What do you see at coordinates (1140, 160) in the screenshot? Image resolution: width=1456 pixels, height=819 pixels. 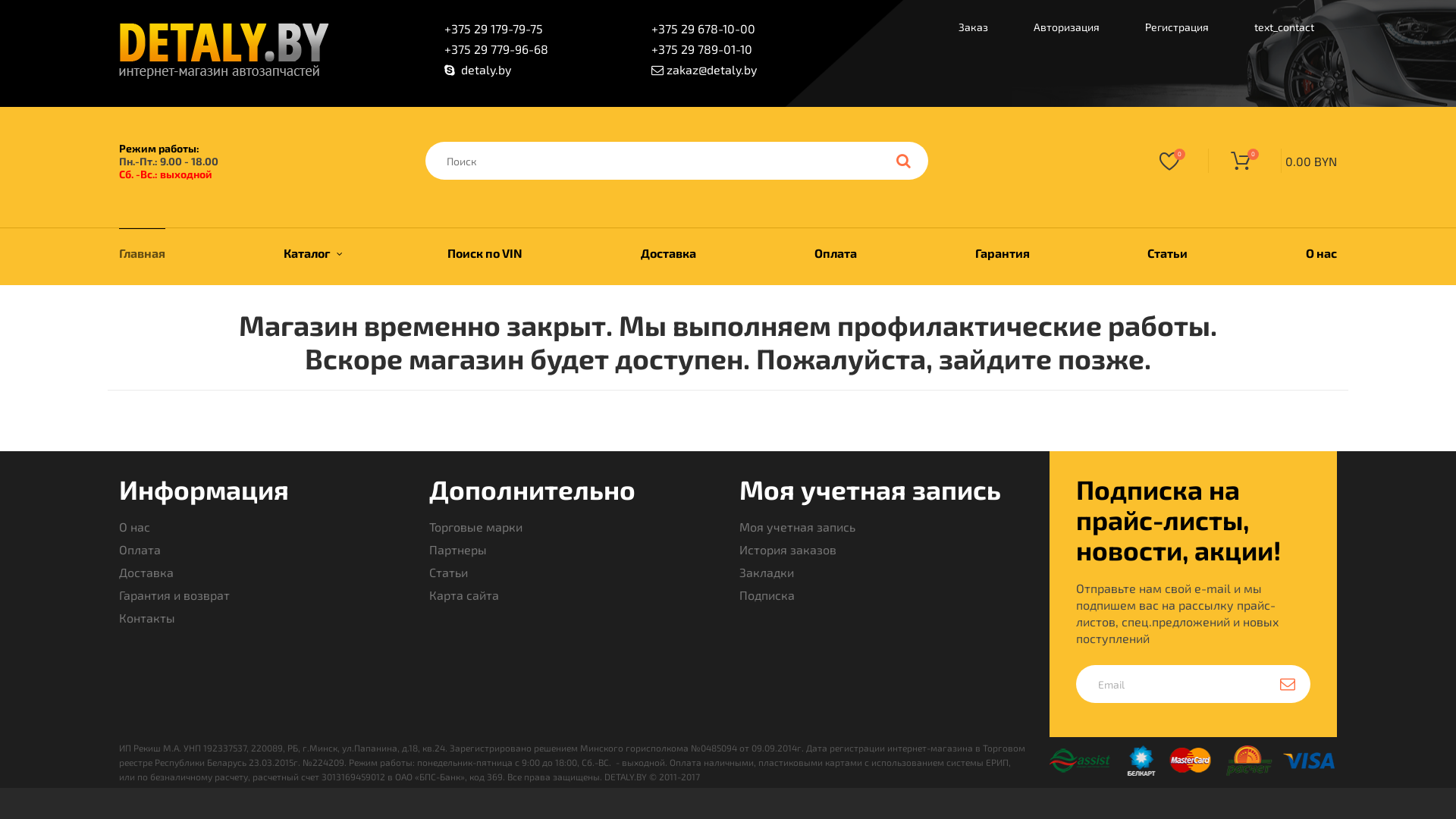 I see `'0'` at bounding box center [1140, 160].